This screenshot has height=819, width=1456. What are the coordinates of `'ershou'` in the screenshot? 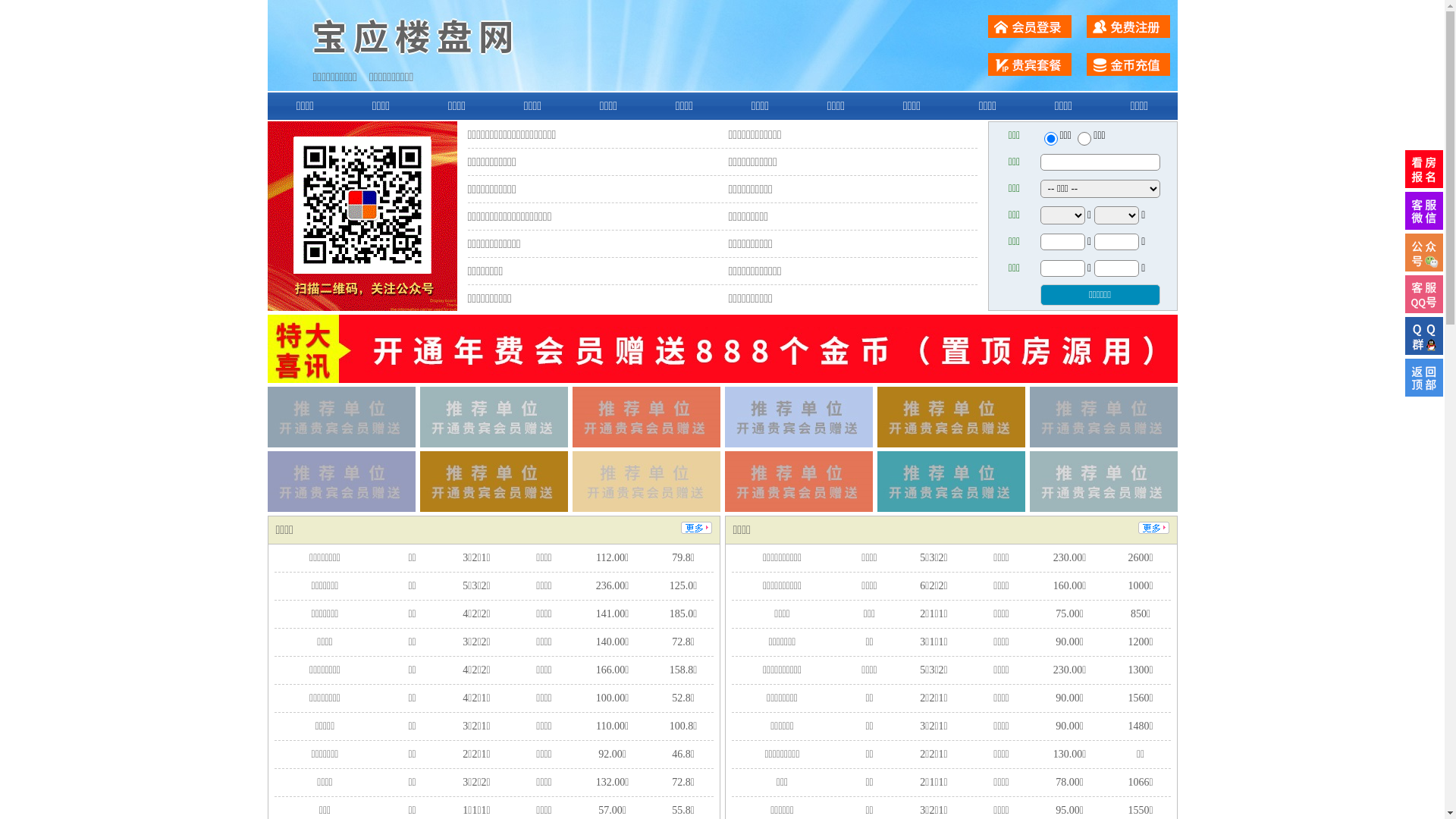 It's located at (1050, 138).